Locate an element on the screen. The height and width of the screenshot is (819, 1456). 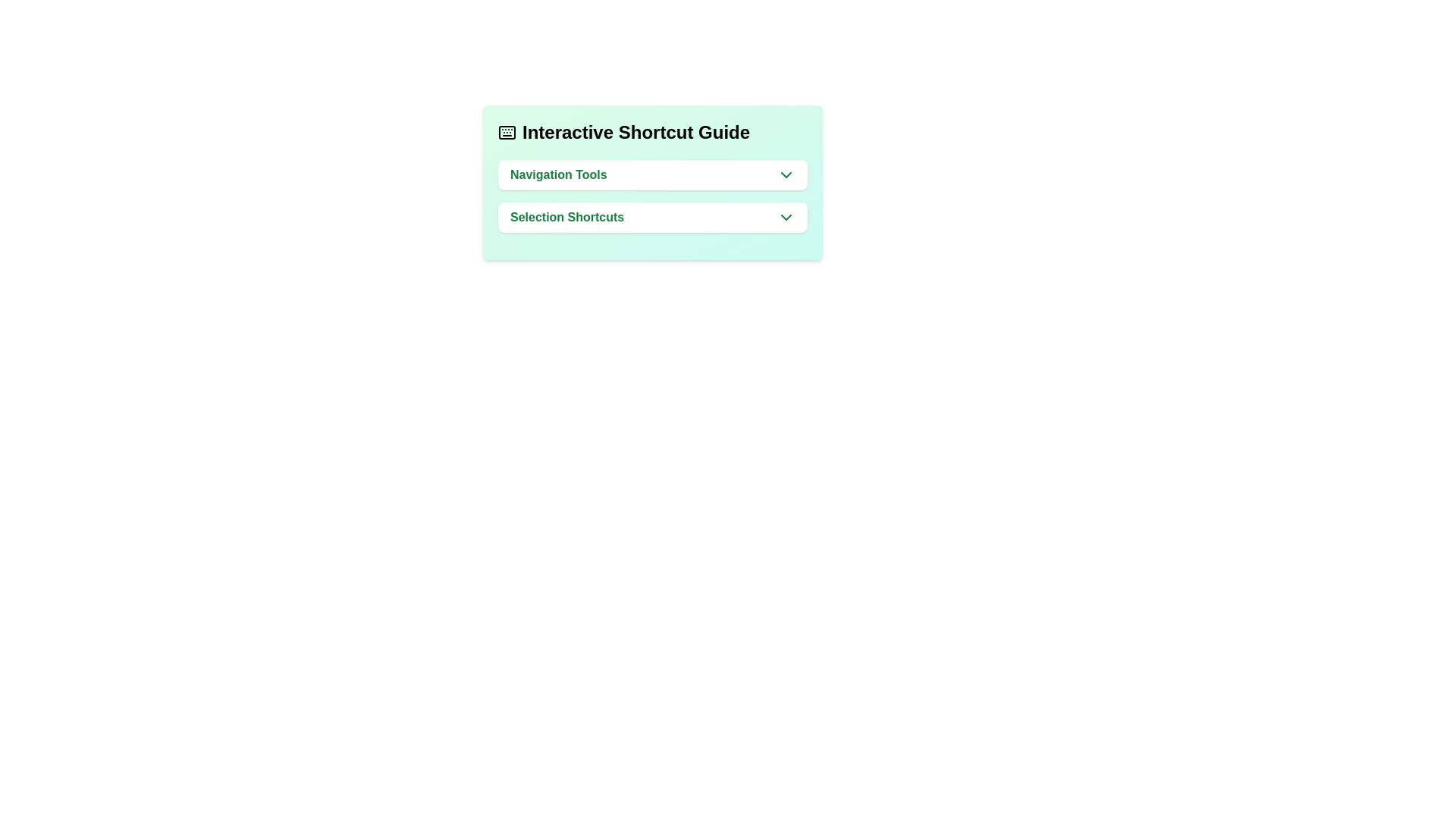
the downward-pointing chevron icon with a green stroke is located at coordinates (786, 217).